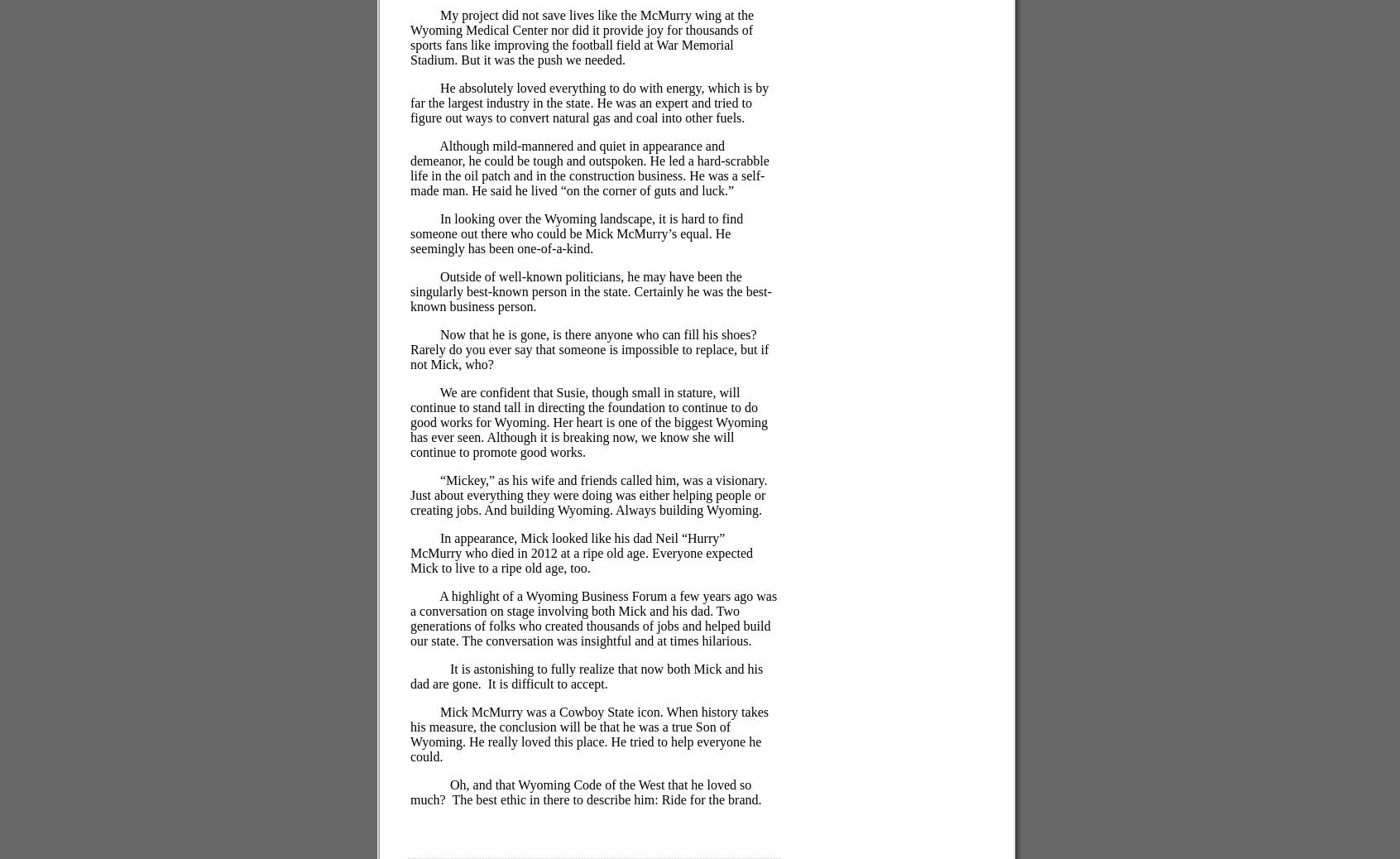 The image size is (1400, 859). Describe the element at coordinates (592, 617) in the screenshot. I see `'A highlight of
a Wyoming Business Forum a few years ago was a conversation on stage involving
both Mick and his dad. Two generations of folks who created thousands of jobs
and helped build our state. The conversation was insightful and at times
hilarious.'` at that location.